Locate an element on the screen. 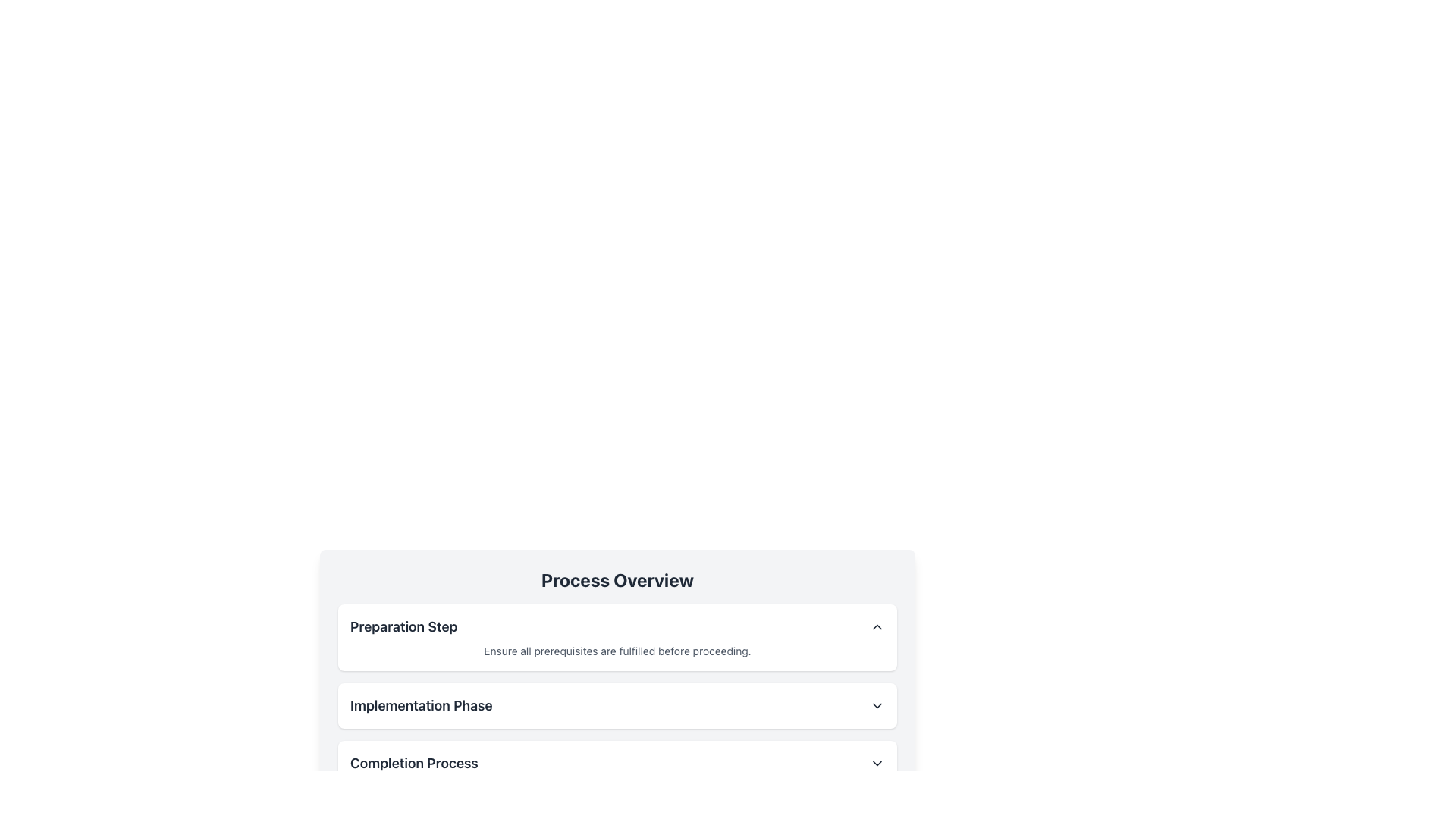 Image resolution: width=1456 pixels, height=819 pixels. the static text label for the 'Implementation Phase' section, which is part of an accordion-style menu layout and is positioned between 'Preparation Step' and 'Completion Process' is located at coordinates (421, 705).